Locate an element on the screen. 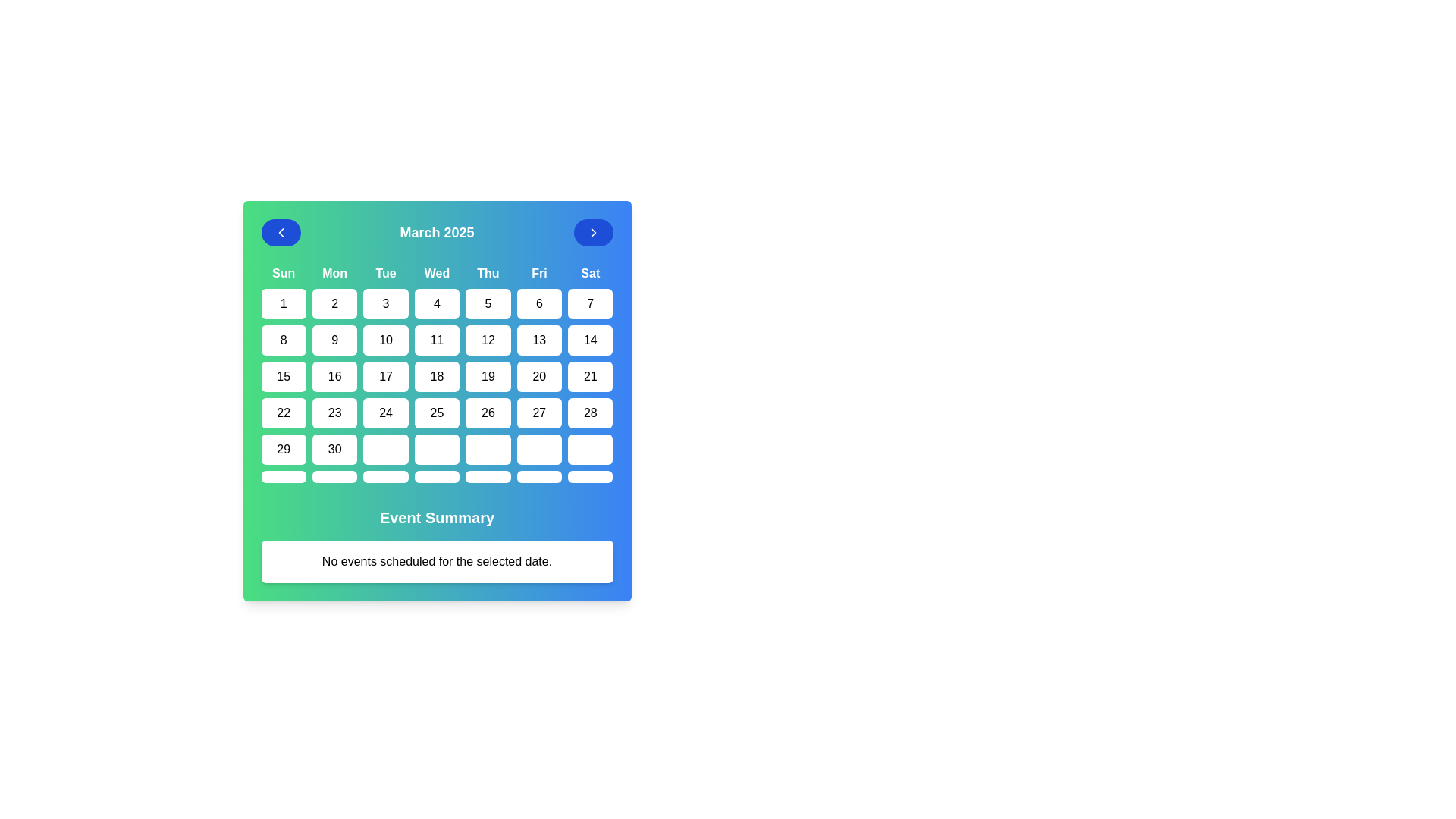 Image resolution: width=1456 pixels, height=819 pixels. the rectangular calendar cell displaying the numeric value '4' in the fourth column of the first row under 'Wed' in the March 2025 calendar view is located at coordinates (436, 304).